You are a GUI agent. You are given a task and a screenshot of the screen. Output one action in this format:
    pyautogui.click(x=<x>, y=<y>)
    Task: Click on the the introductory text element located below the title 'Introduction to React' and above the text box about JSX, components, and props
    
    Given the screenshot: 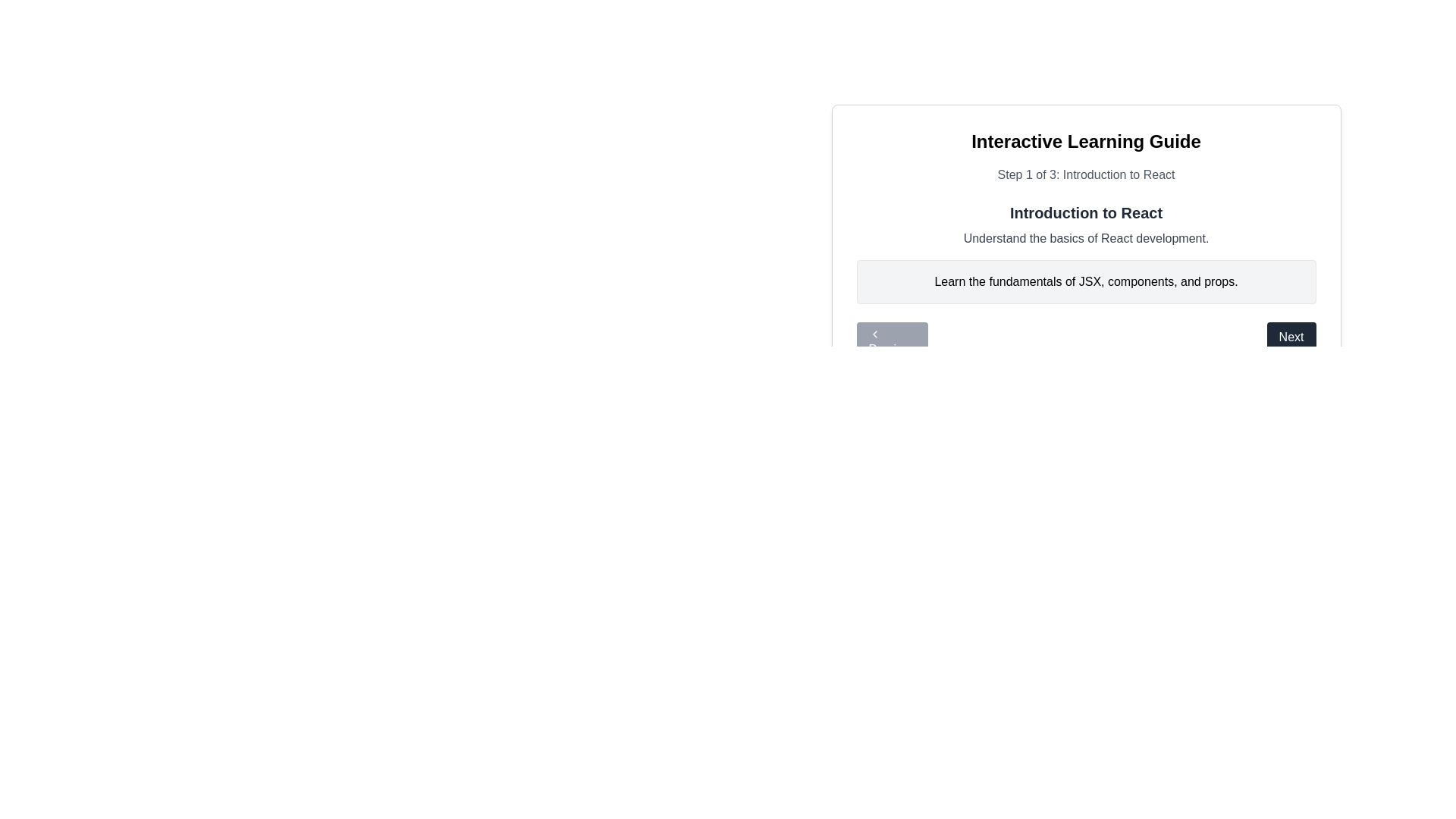 What is the action you would take?
    pyautogui.click(x=1085, y=239)
    